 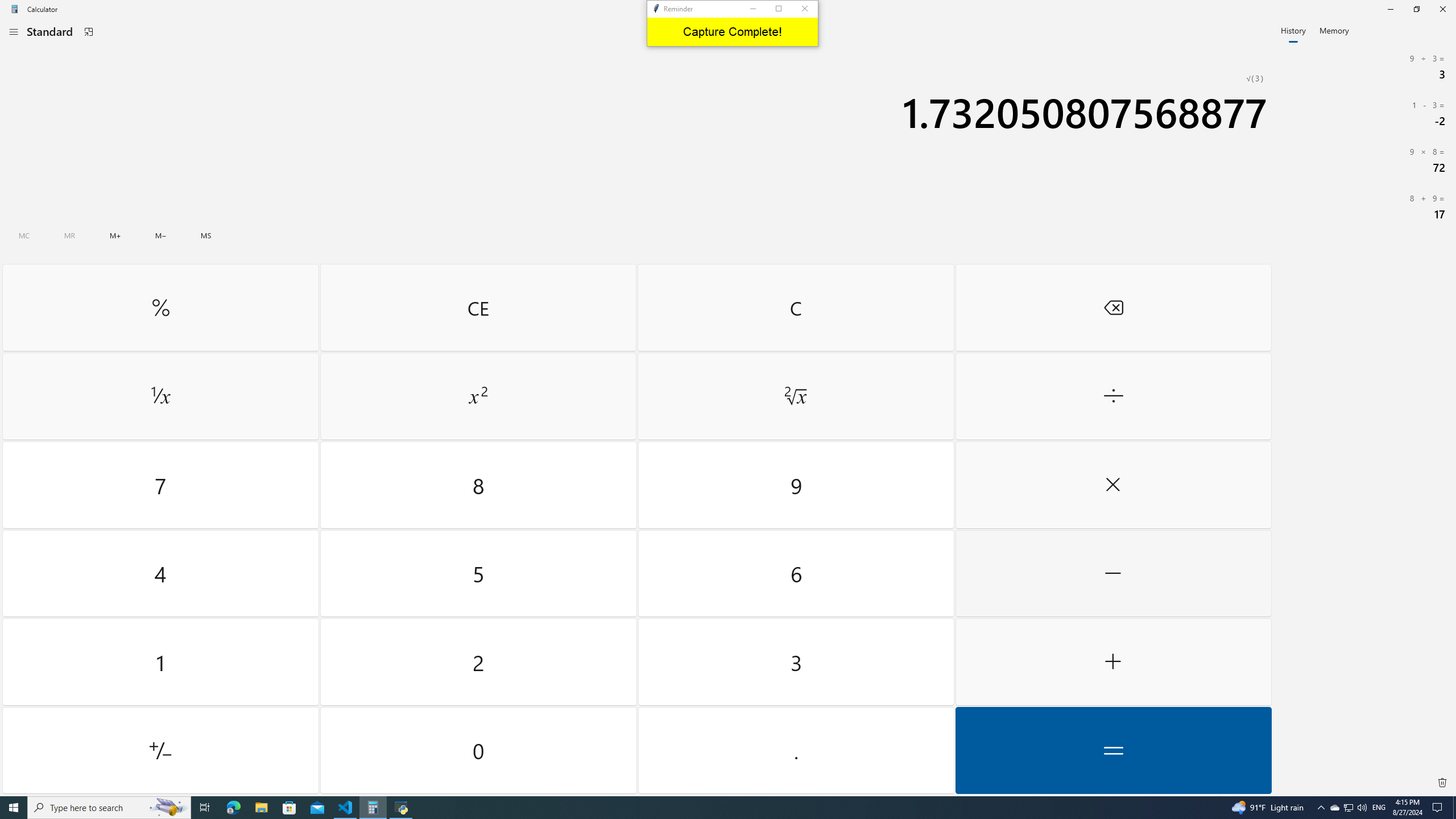 I want to click on 'Percent', so click(x=160, y=307).